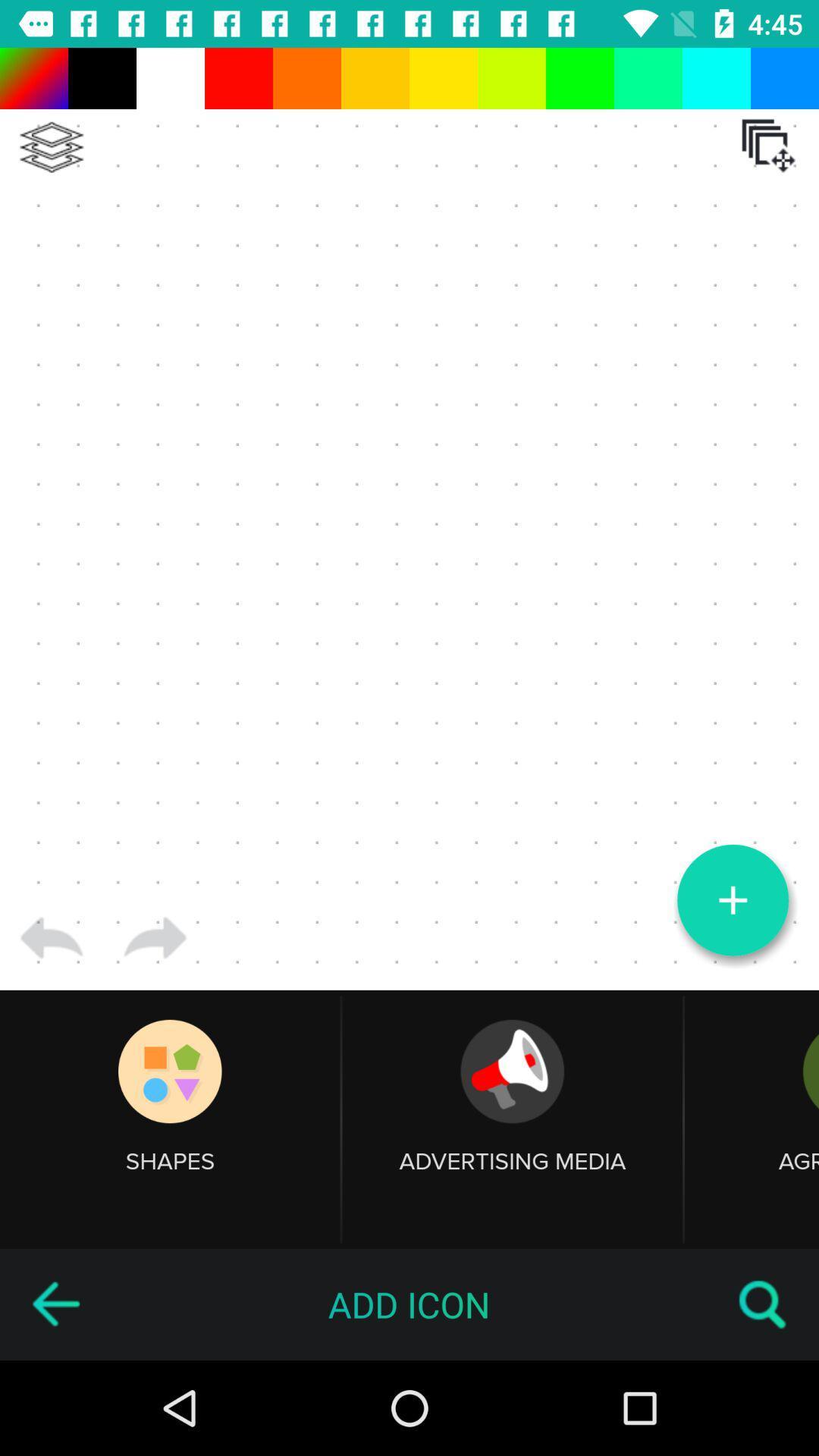  I want to click on the icon to the left of the add icon item, so click(55, 1304).